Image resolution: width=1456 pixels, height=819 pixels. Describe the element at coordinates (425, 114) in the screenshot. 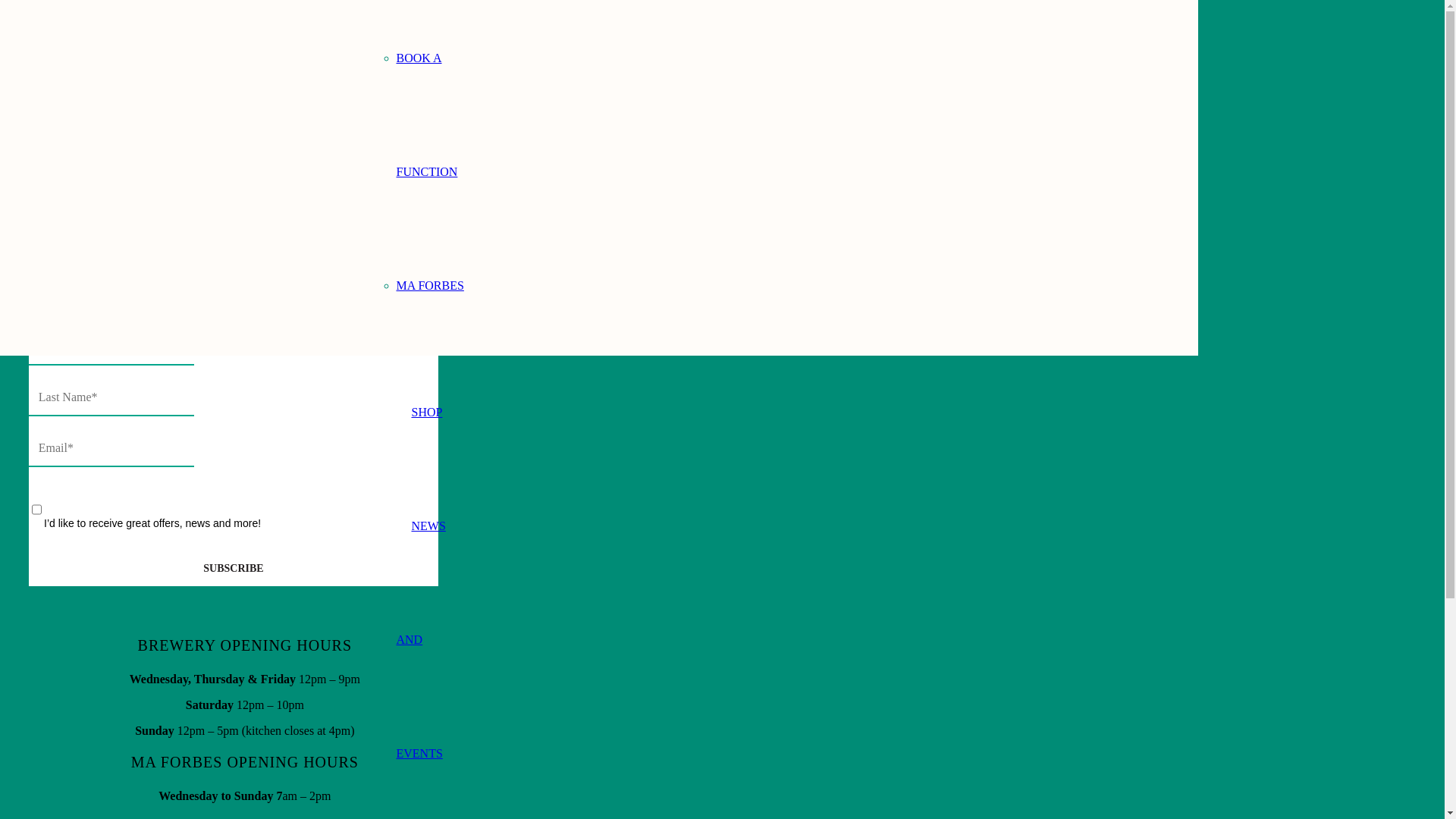

I see `'BOOK A FUNCTION'` at that location.